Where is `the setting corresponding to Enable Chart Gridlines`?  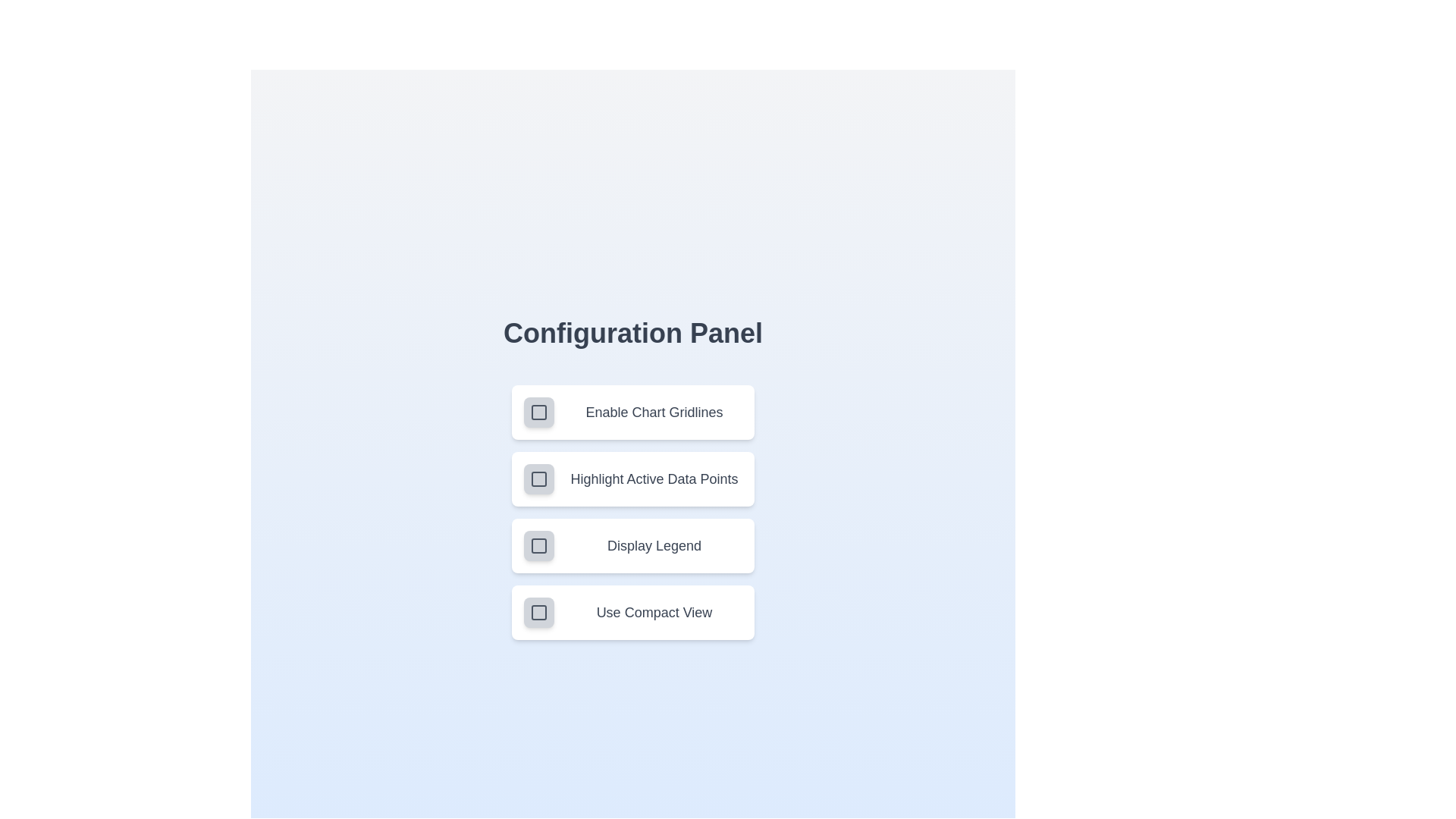 the setting corresponding to Enable Chart Gridlines is located at coordinates (538, 412).